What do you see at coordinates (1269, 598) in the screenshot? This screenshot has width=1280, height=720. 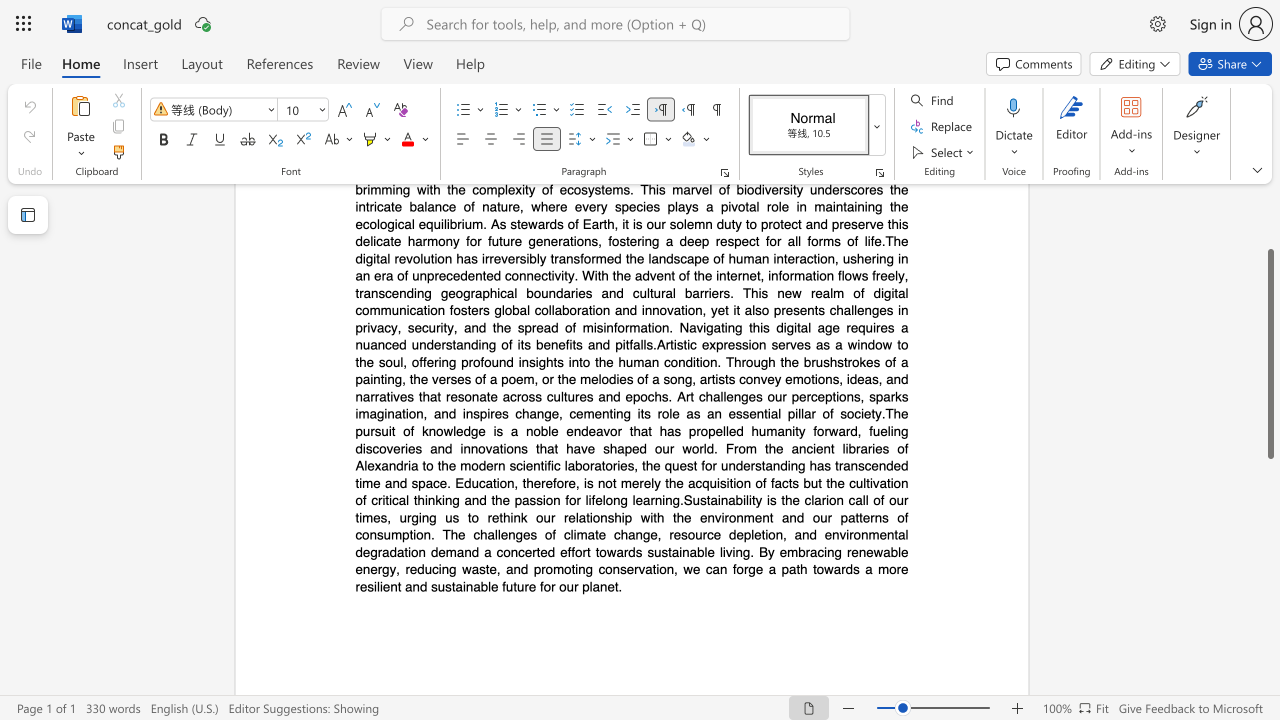 I see `the scrollbar on the side` at bounding box center [1269, 598].